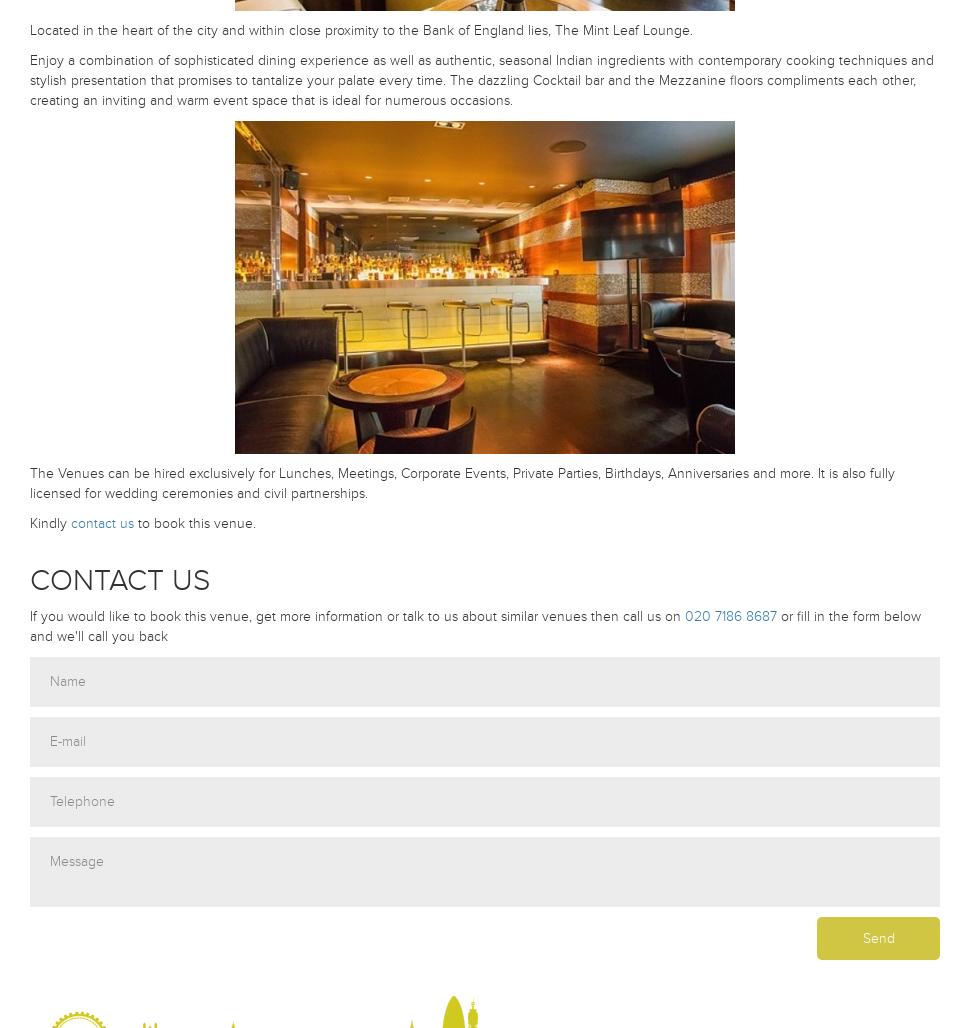 The height and width of the screenshot is (1028, 970). Describe the element at coordinates (49, 523) in the screenshot. I see `'Kindly'` at that location.